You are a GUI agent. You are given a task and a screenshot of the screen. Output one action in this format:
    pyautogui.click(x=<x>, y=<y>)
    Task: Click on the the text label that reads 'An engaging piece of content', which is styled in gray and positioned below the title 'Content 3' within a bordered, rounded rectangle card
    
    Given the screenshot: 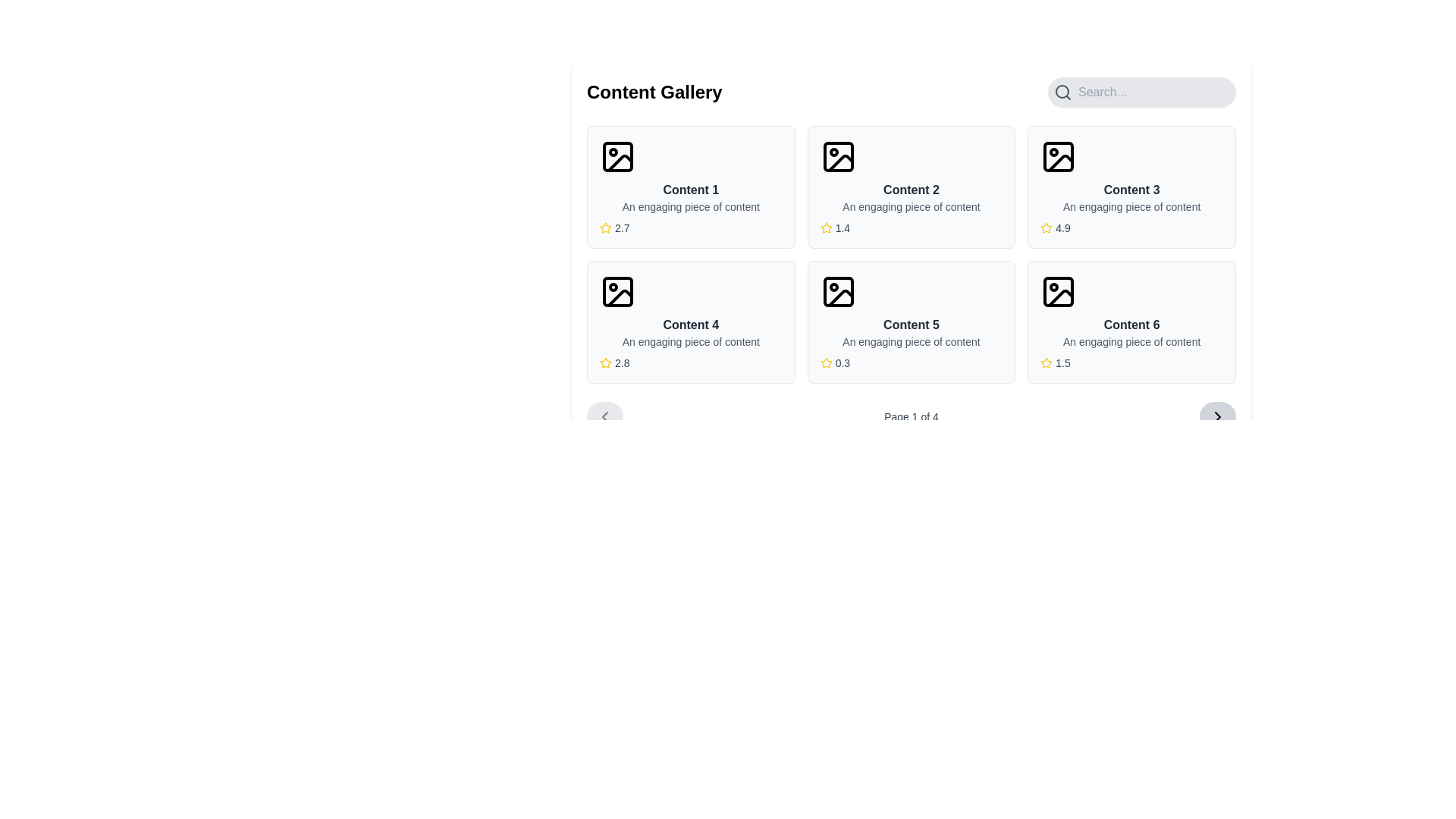 What is the action you would take?
    pyautogui.click(x=1131, y=207)
    